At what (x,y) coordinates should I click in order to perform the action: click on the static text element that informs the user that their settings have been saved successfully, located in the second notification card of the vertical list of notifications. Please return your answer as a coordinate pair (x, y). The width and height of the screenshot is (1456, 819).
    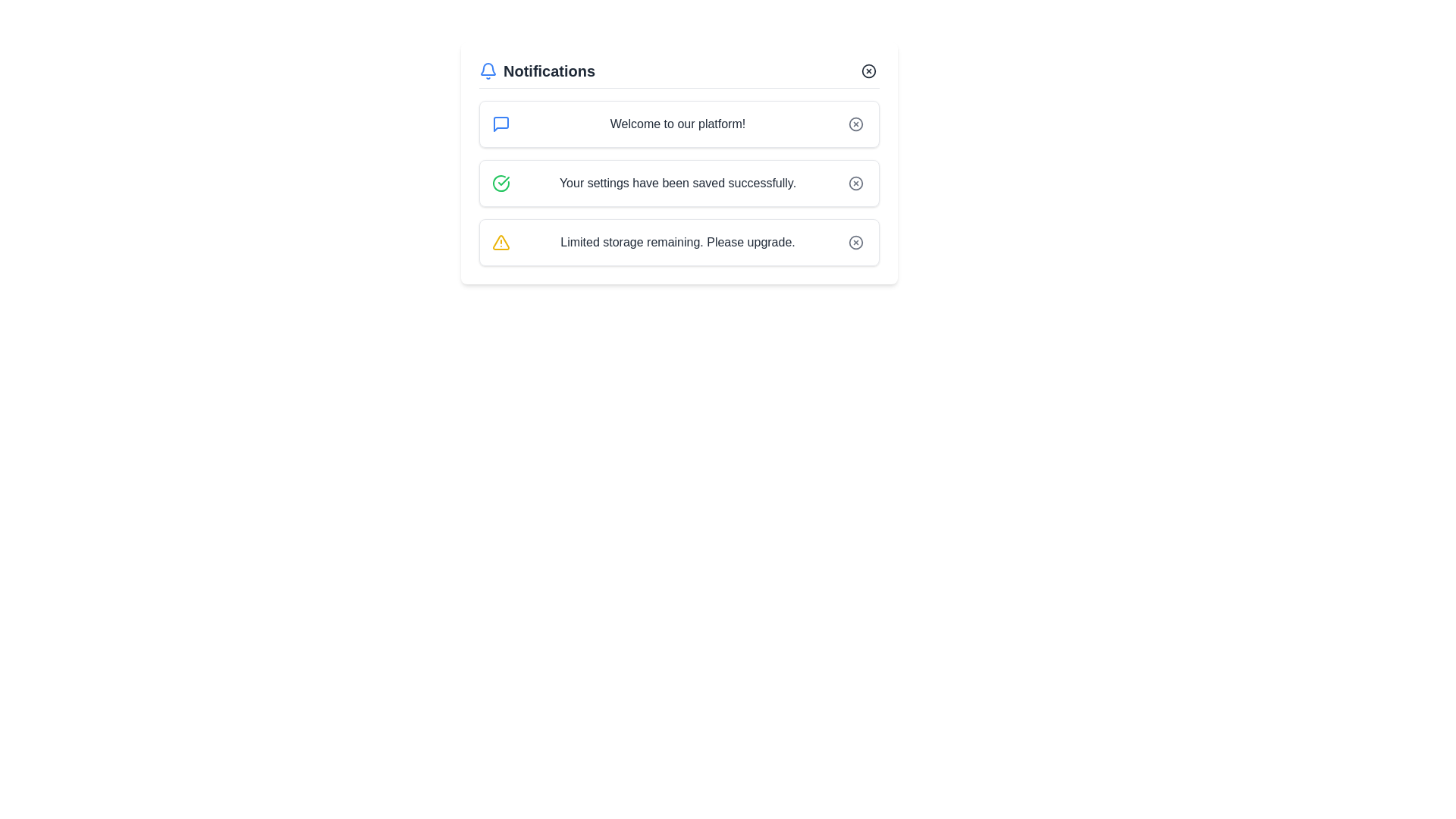
    Looking at the image, I should click on (676, 183).